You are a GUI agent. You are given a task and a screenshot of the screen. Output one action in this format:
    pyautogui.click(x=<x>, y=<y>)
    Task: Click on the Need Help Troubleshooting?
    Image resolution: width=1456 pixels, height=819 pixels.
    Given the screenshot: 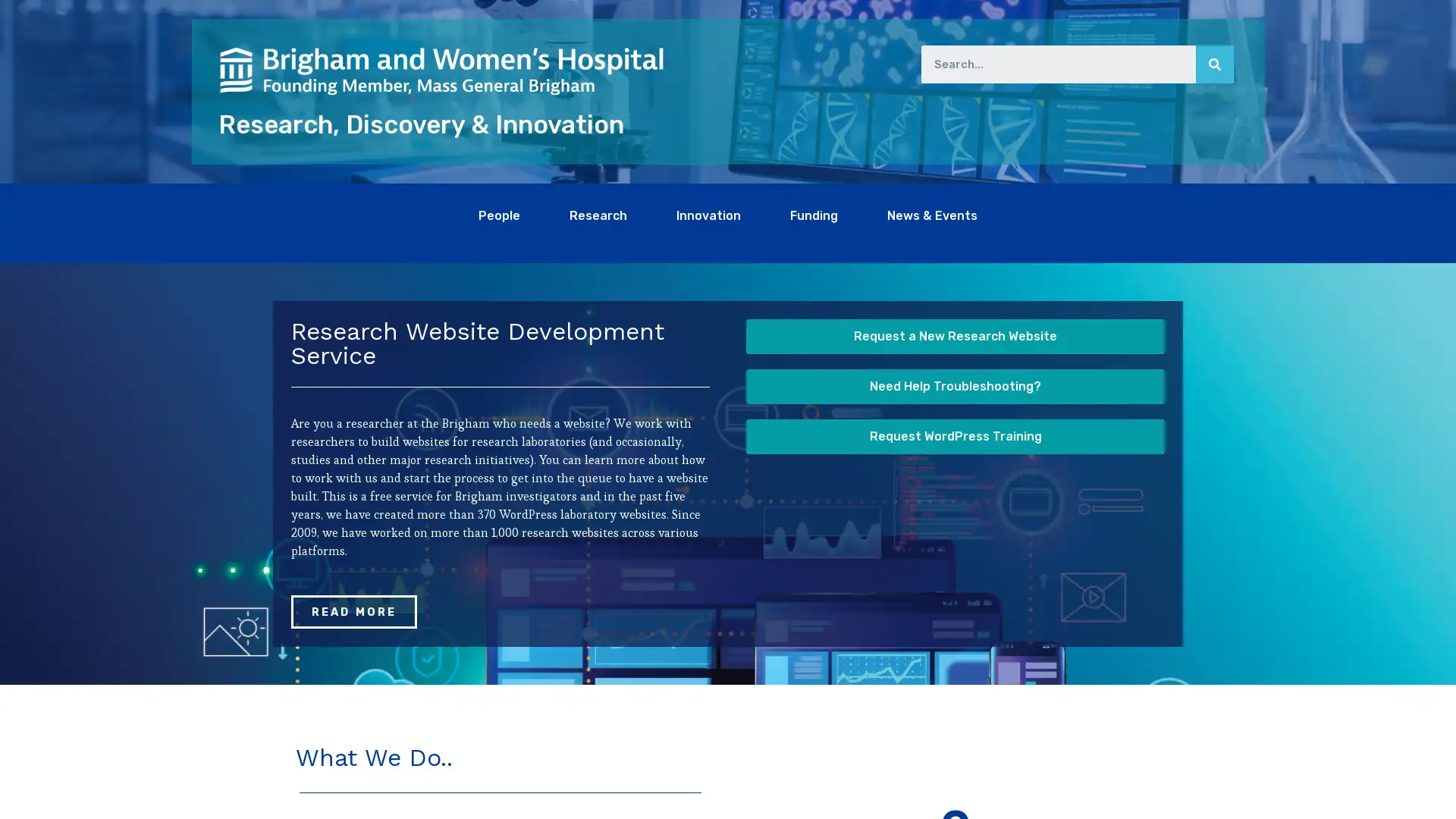 What is the action you would take?
    pyautogui.click(x=954, y=385)
    